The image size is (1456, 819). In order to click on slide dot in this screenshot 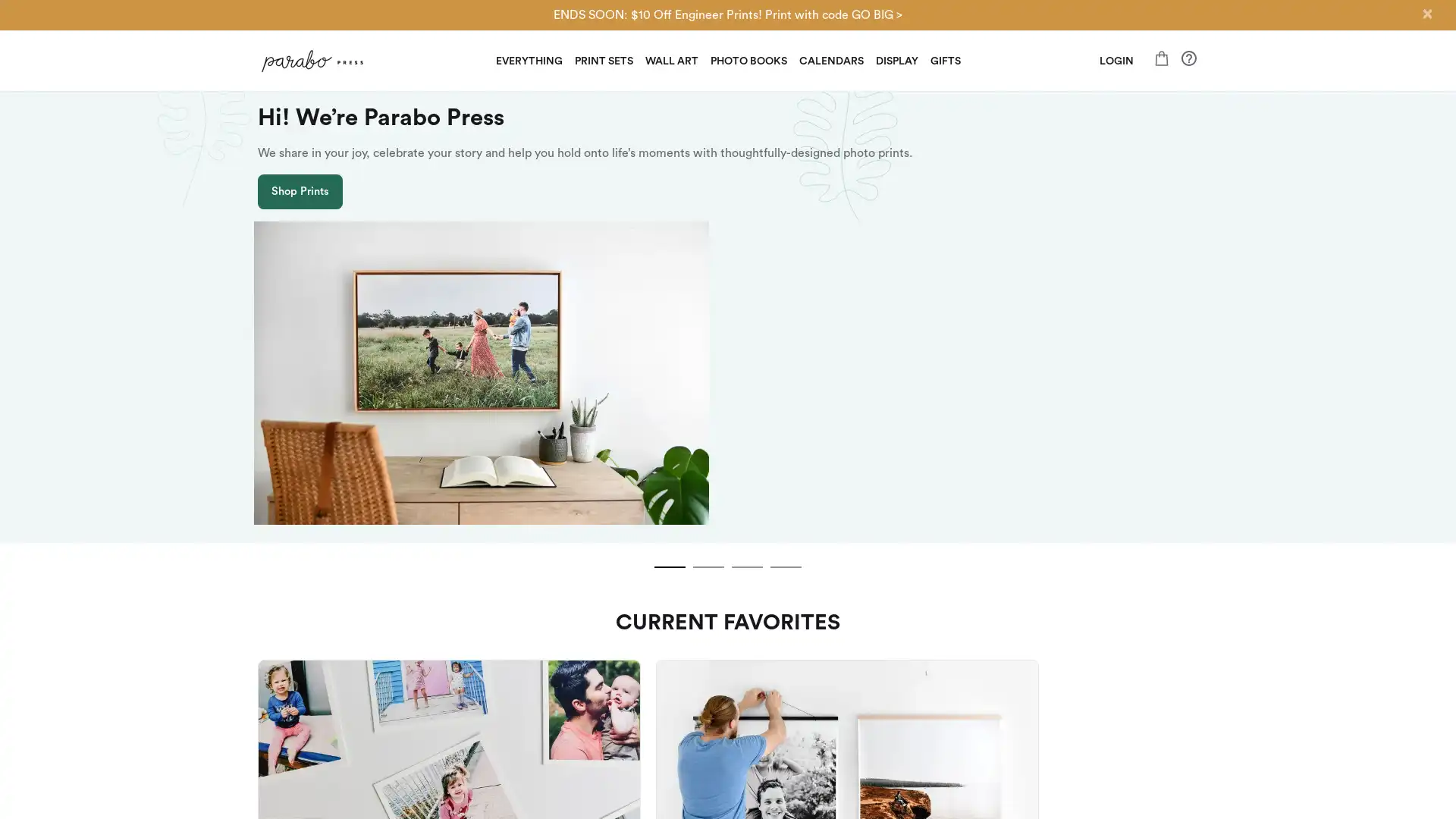, I will do `click(750, 419)`.